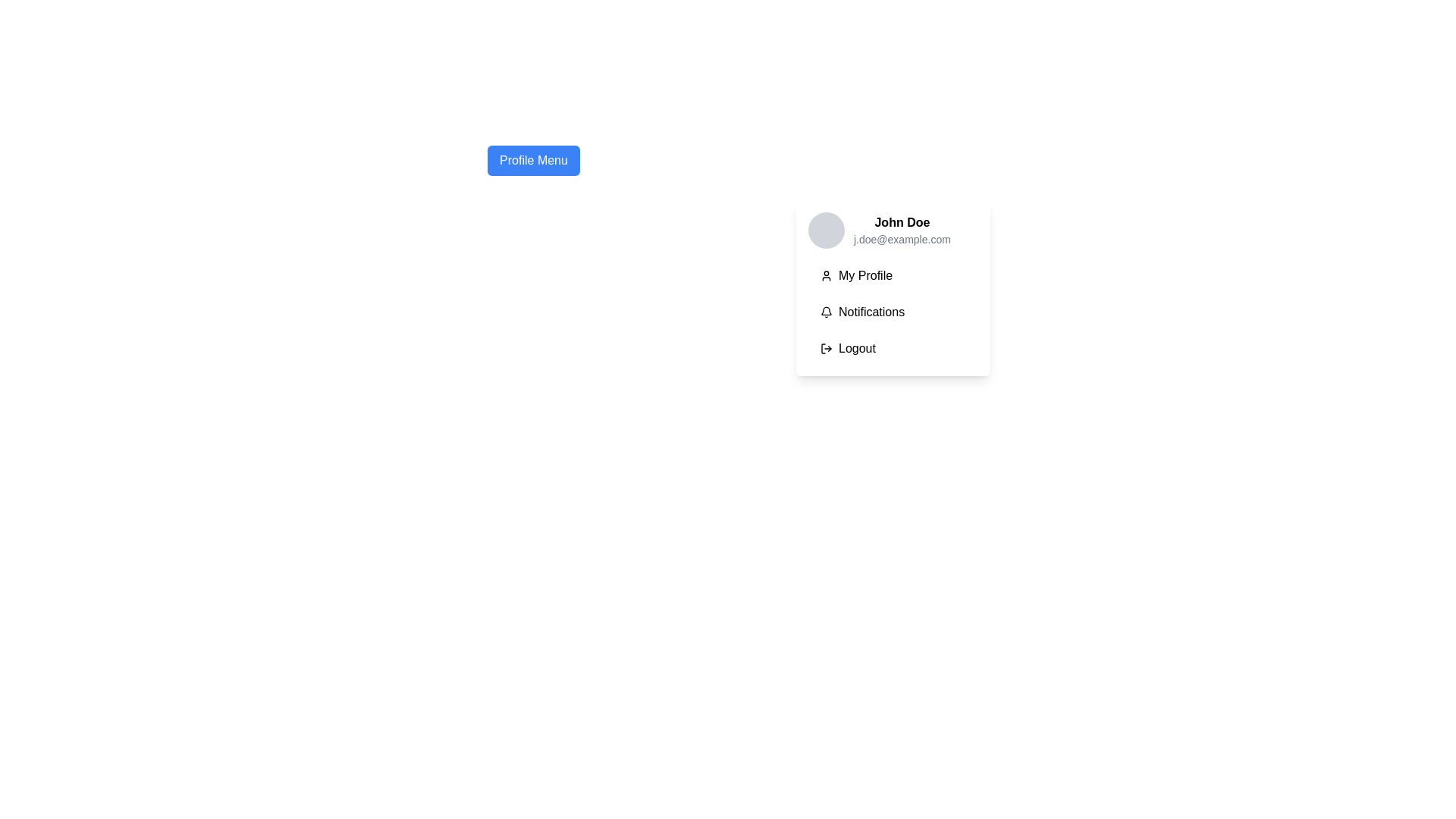  I want to click on the blue rectangular button labeled 'Profile Menu', so click(534, 161).